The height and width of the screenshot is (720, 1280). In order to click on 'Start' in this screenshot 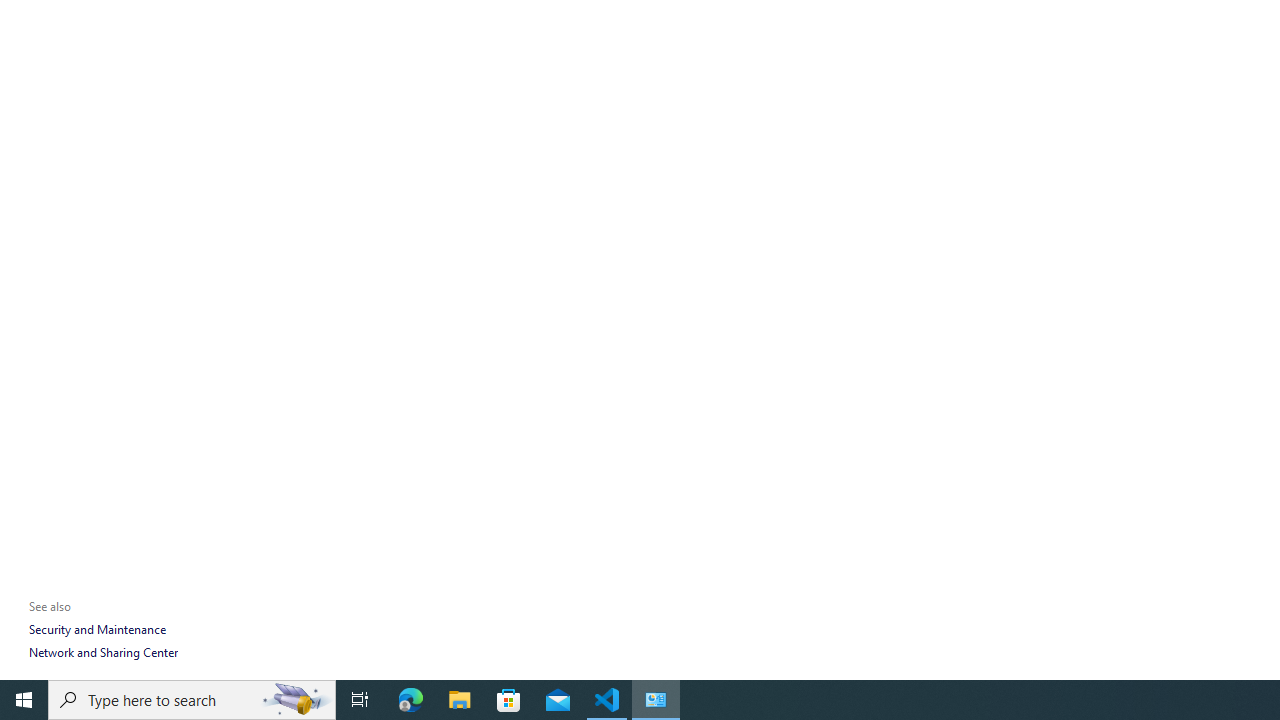, I will do `click(24, 698)`.